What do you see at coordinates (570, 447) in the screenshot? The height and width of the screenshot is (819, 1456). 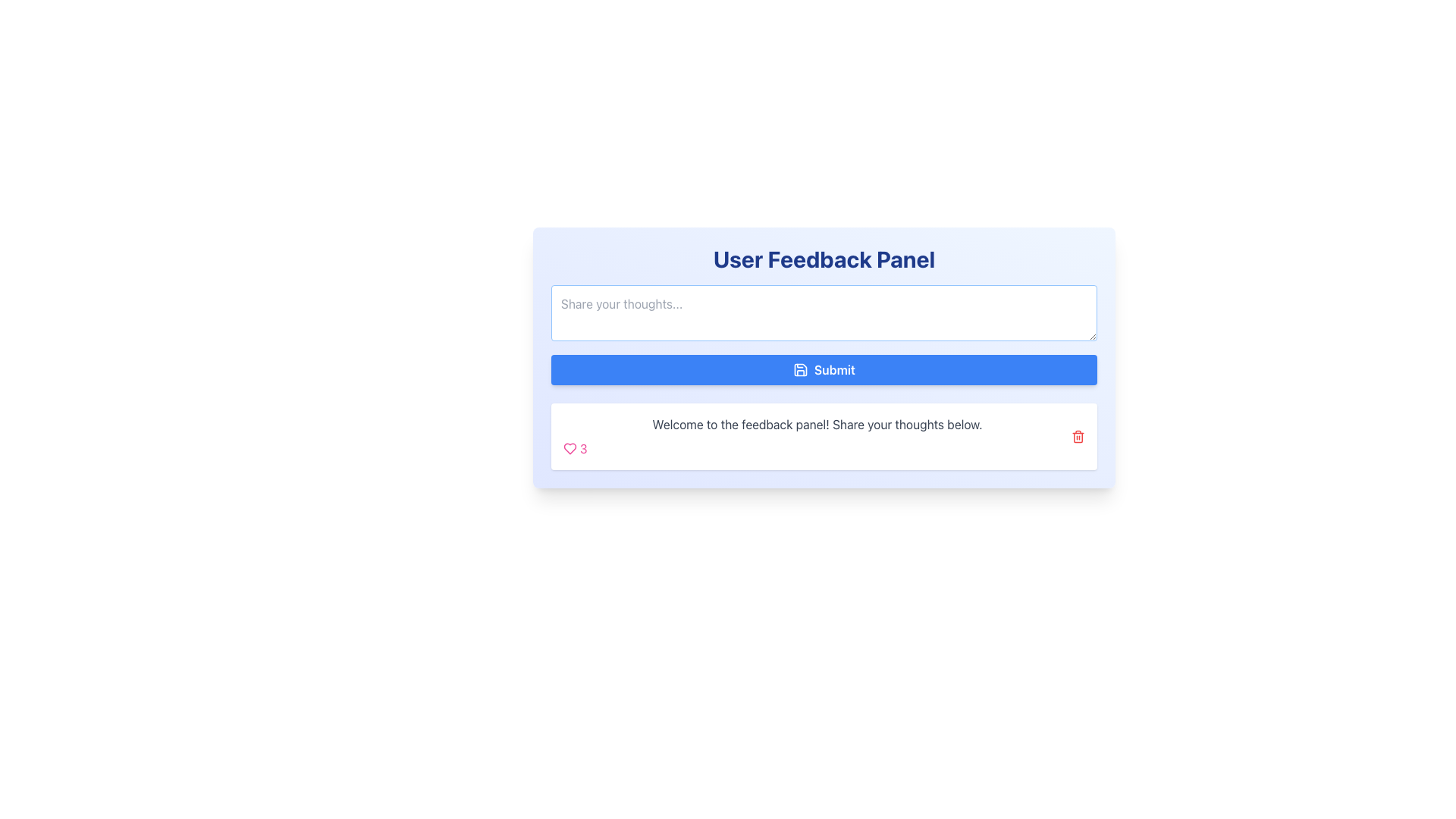 I see `the heart icon with a pink outline, which represents the 'like' or 'favorite' button, located to the left of the number '3' in the lower part of the interface below the 'Submit' button` at bounding box center [570, 447].